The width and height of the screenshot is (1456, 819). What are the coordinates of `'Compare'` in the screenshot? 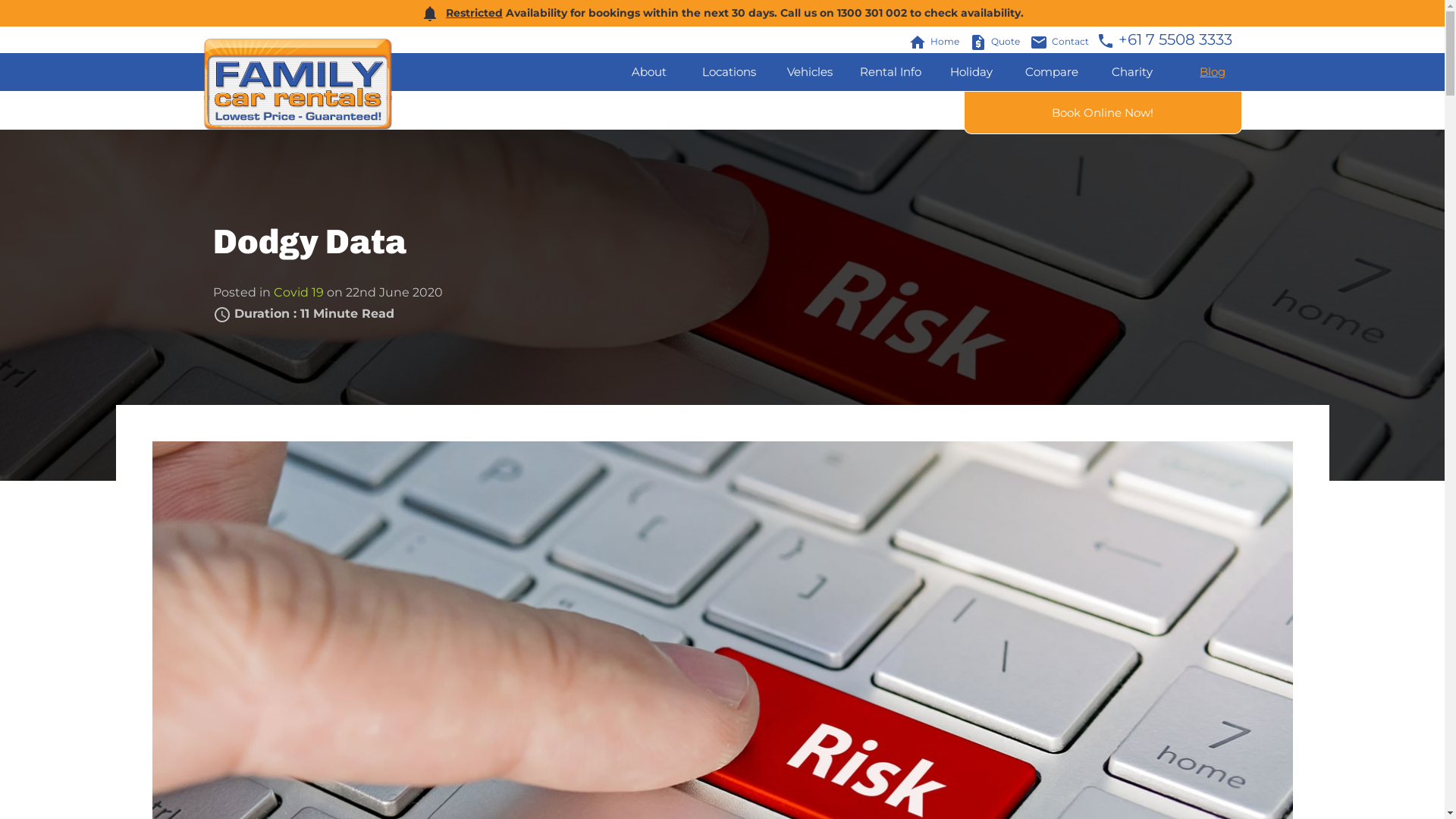 It's located at (1051, 72).